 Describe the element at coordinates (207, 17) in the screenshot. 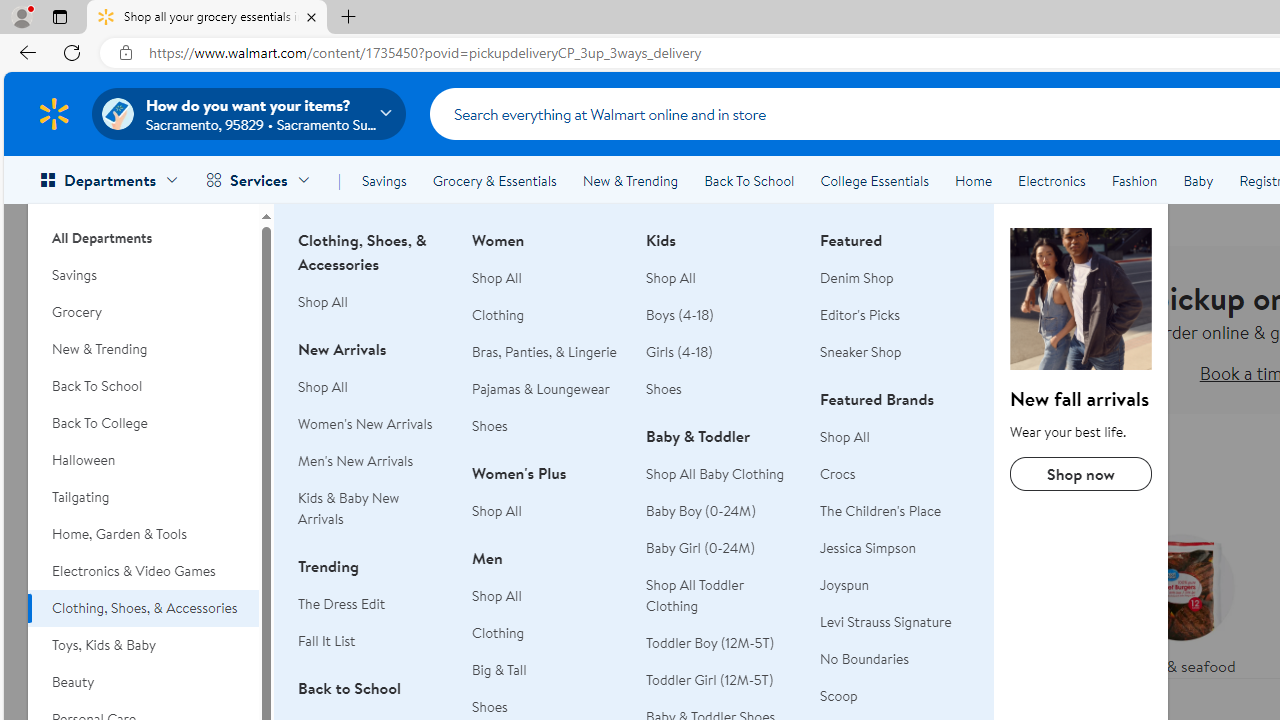

I see `'Shop all your grocery essentials in one place! - Walmart.com'` at that location.